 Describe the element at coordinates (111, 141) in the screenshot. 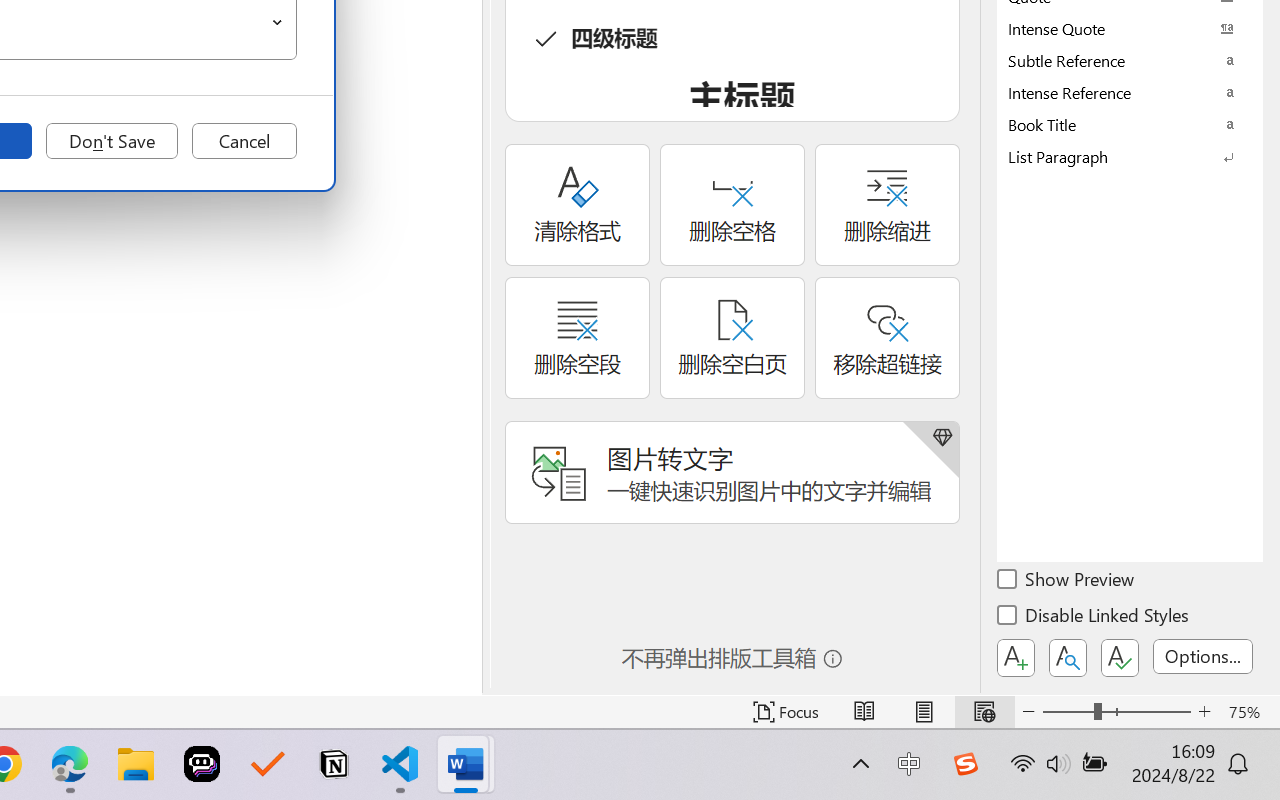

I see `'Don'` at that location.